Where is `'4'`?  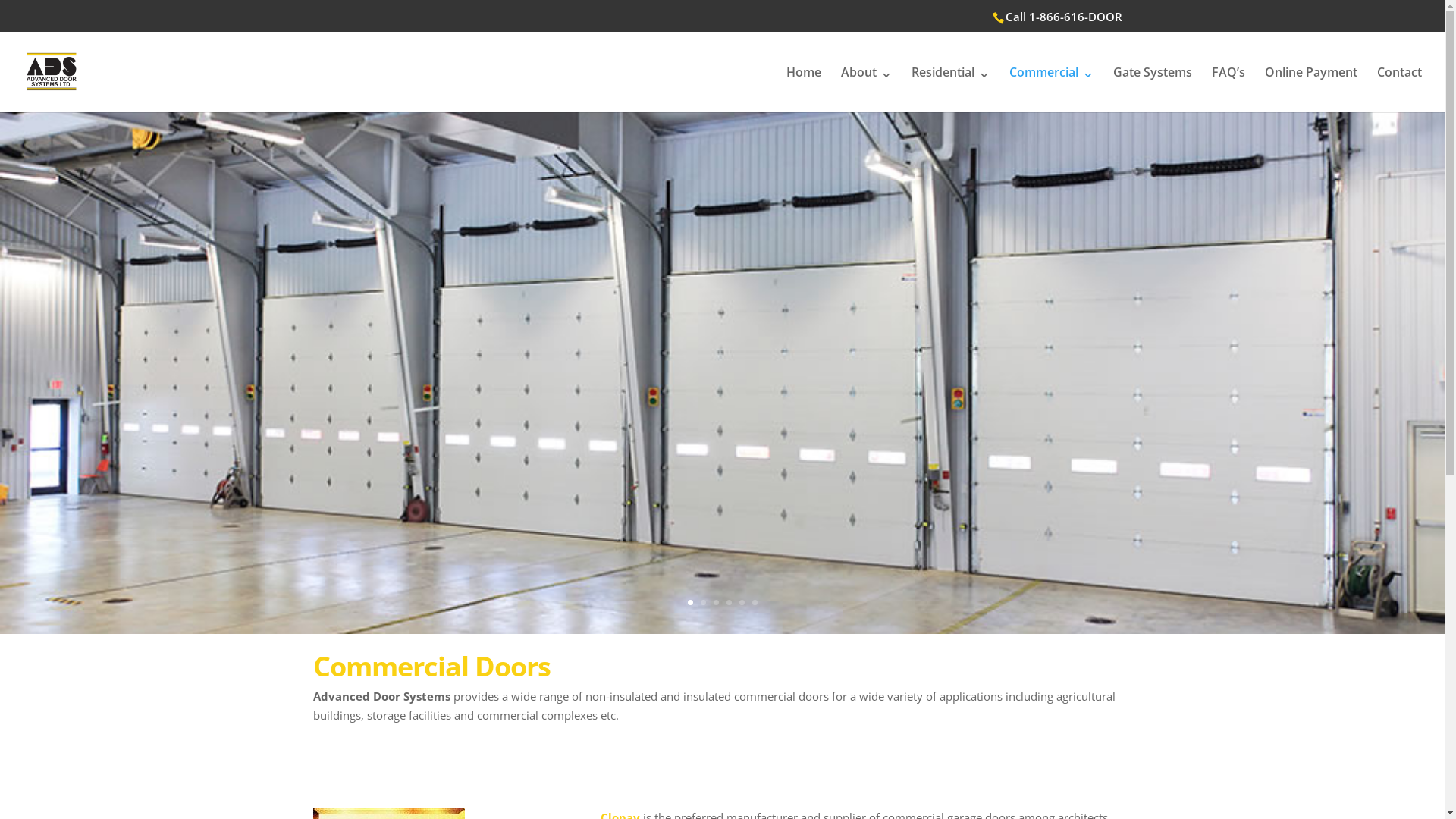 '4' is located at coordinates (729, 601).